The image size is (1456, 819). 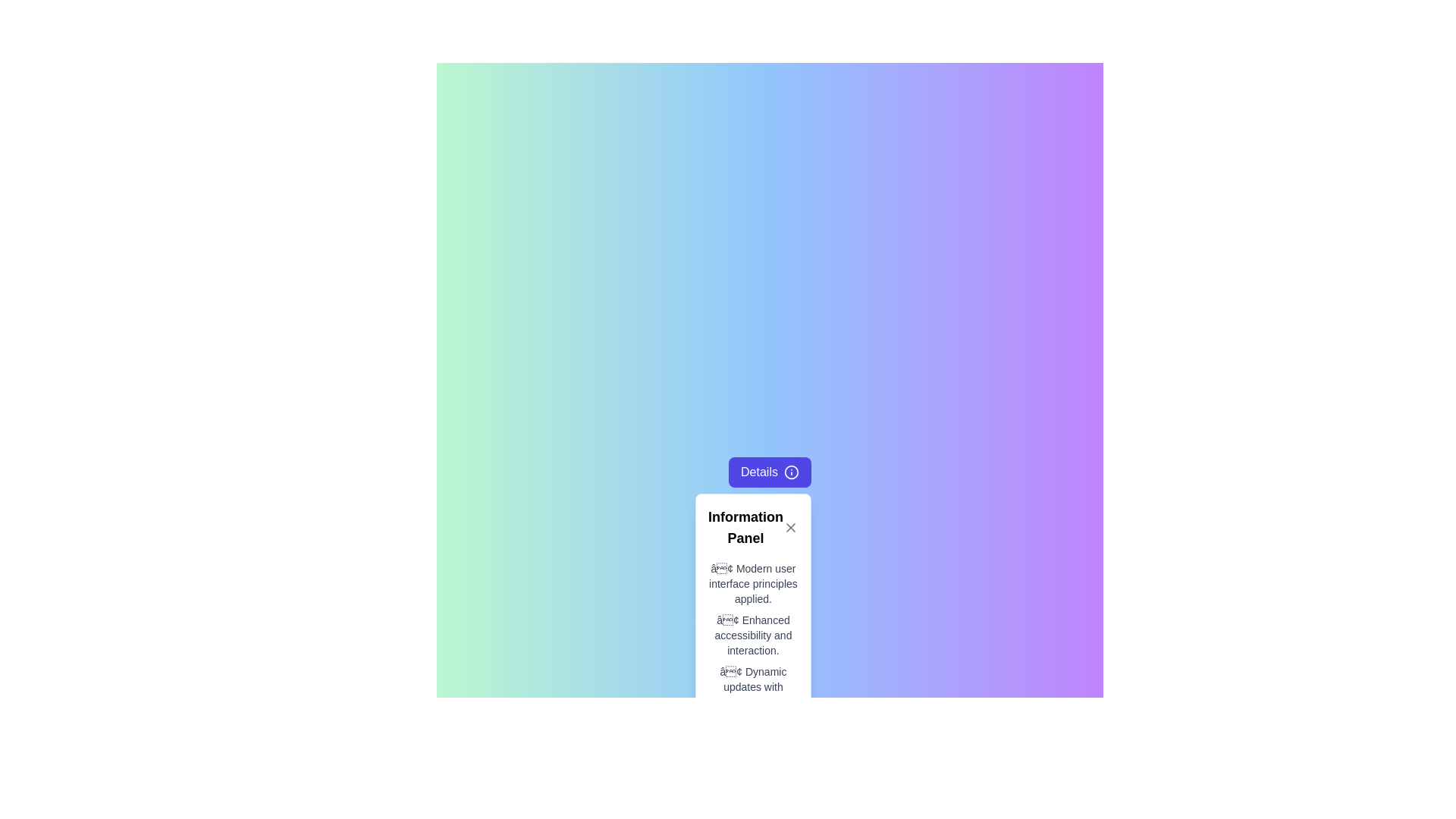 What do you see at coordinates (753, 635) in the screenshot?
I see `text snippet displaying '• Enhanced accessibility and interaction.' located in the second position of a bulleted list within the 'Information Panel.'` at bounding box center [753, 635].